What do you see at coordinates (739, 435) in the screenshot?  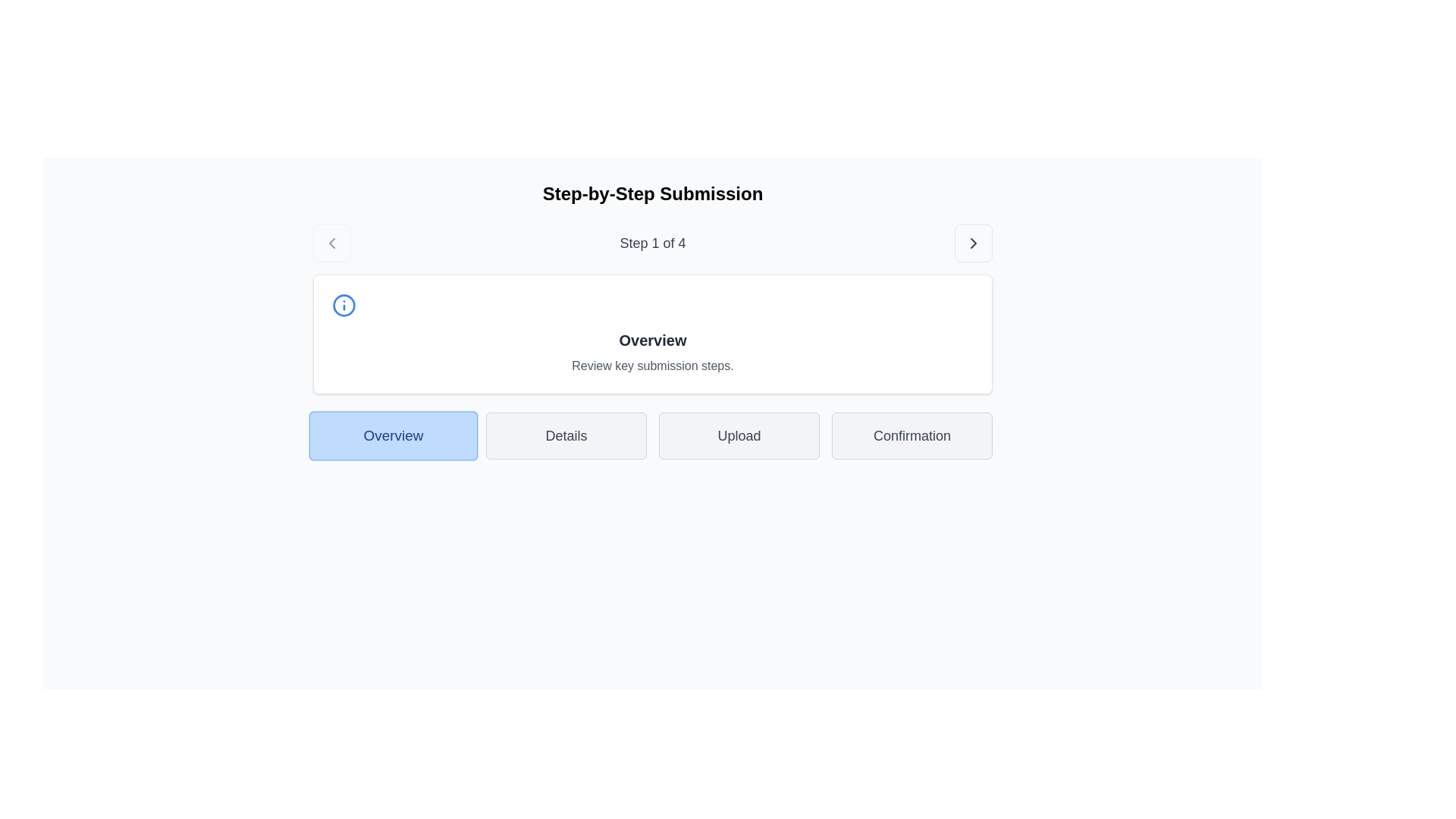 I see `the 'Upload' text label, which is the third button in the horizontal navigation row and styled prominently in bold medium font` at bounding box center [739, 435].